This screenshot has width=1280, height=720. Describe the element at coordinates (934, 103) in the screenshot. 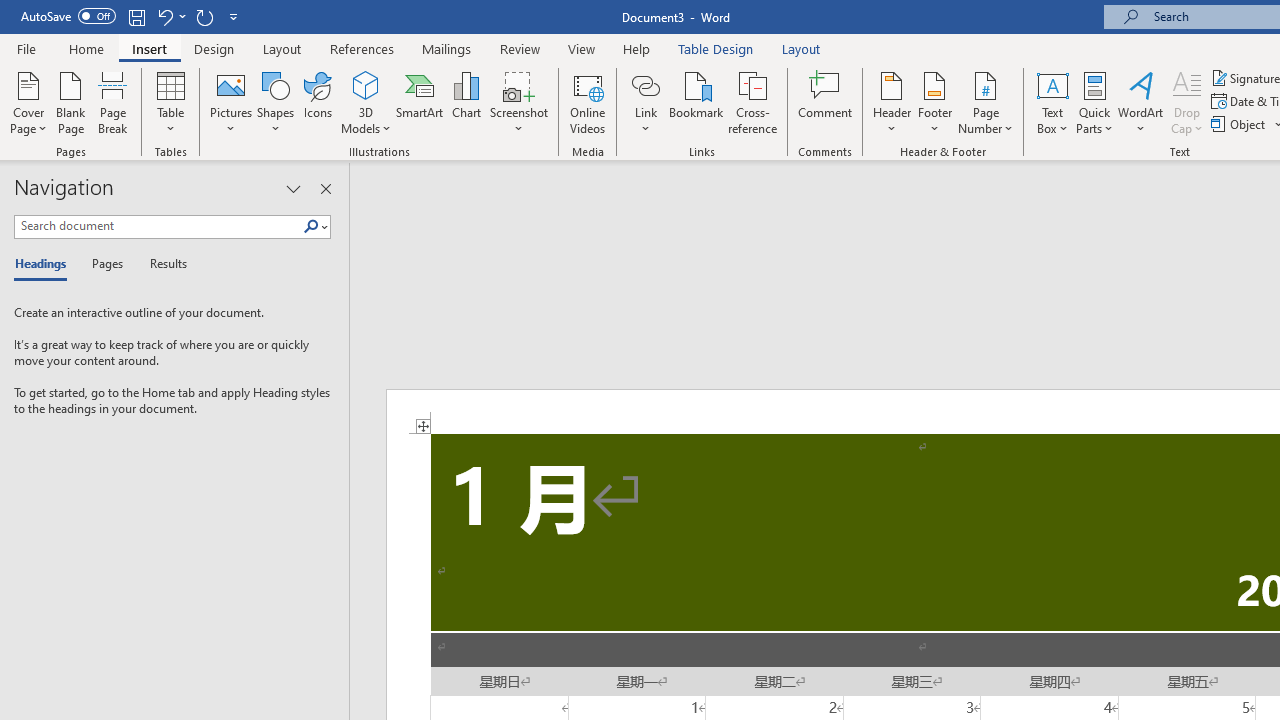

I see `'Footer'` at that location.